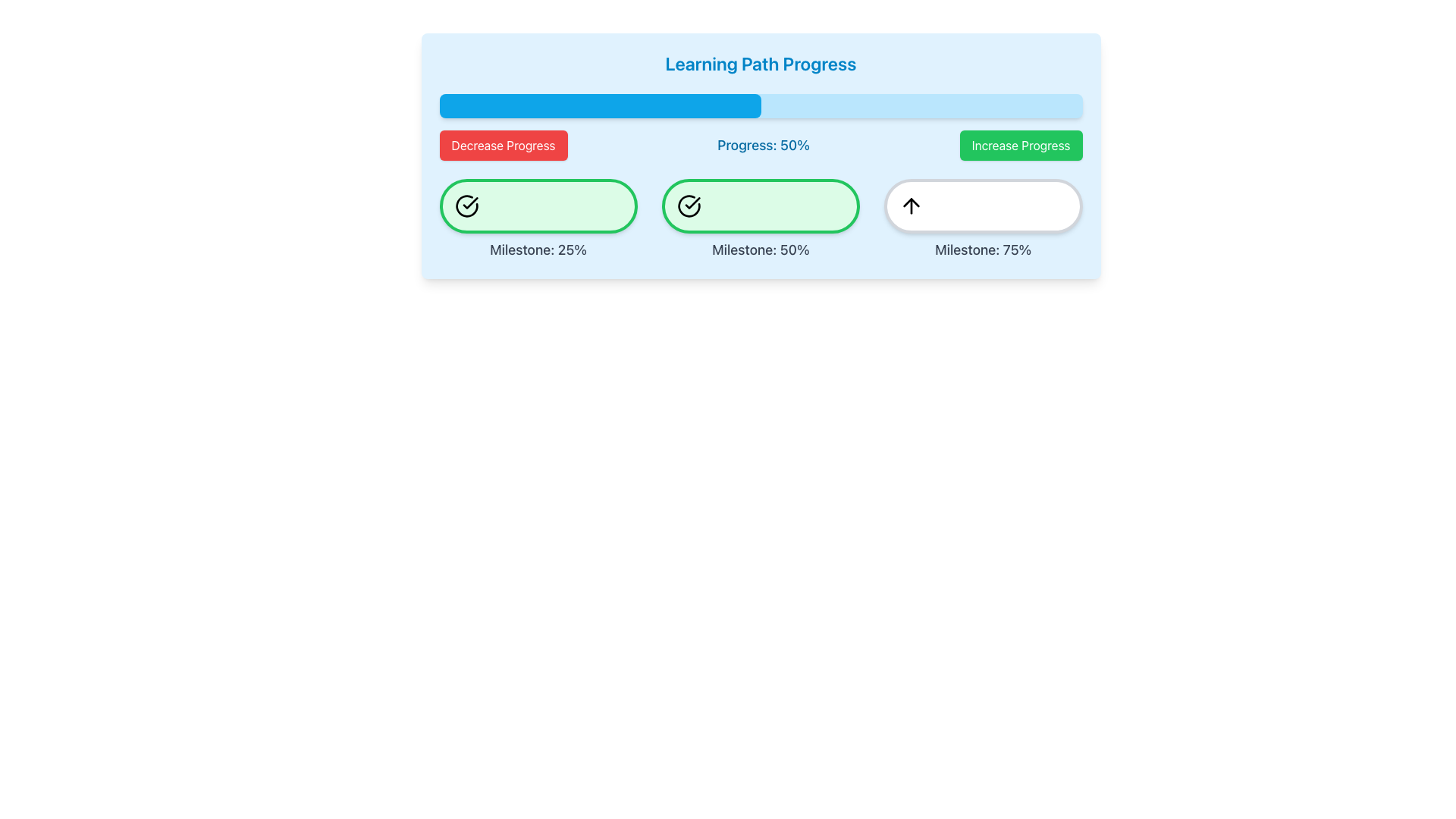 This screenshot has width=1456, height=819. I want to click on the static text label displaying 'Milestone: 25%' which is styled with a large gray font and positioned below a green button with a check icon, so click(538, 249).